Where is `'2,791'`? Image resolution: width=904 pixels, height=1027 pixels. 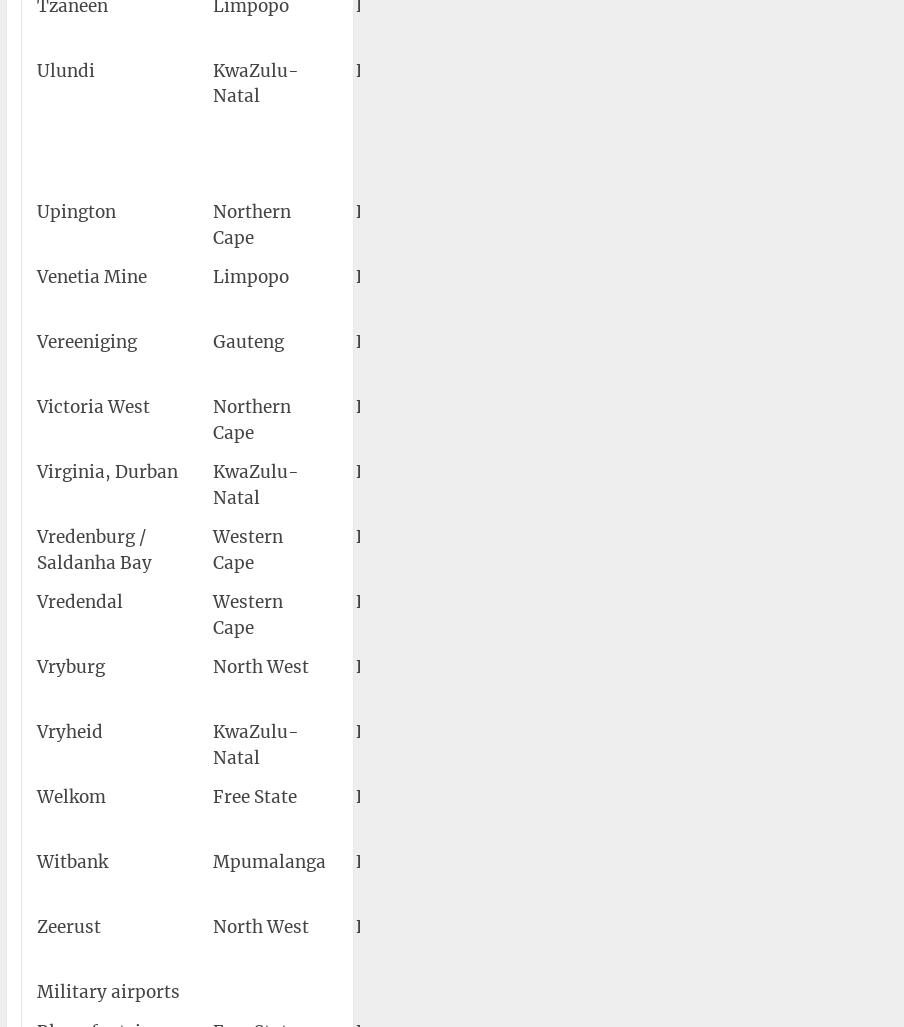
'2,791' is located at coordinates (859, 210).